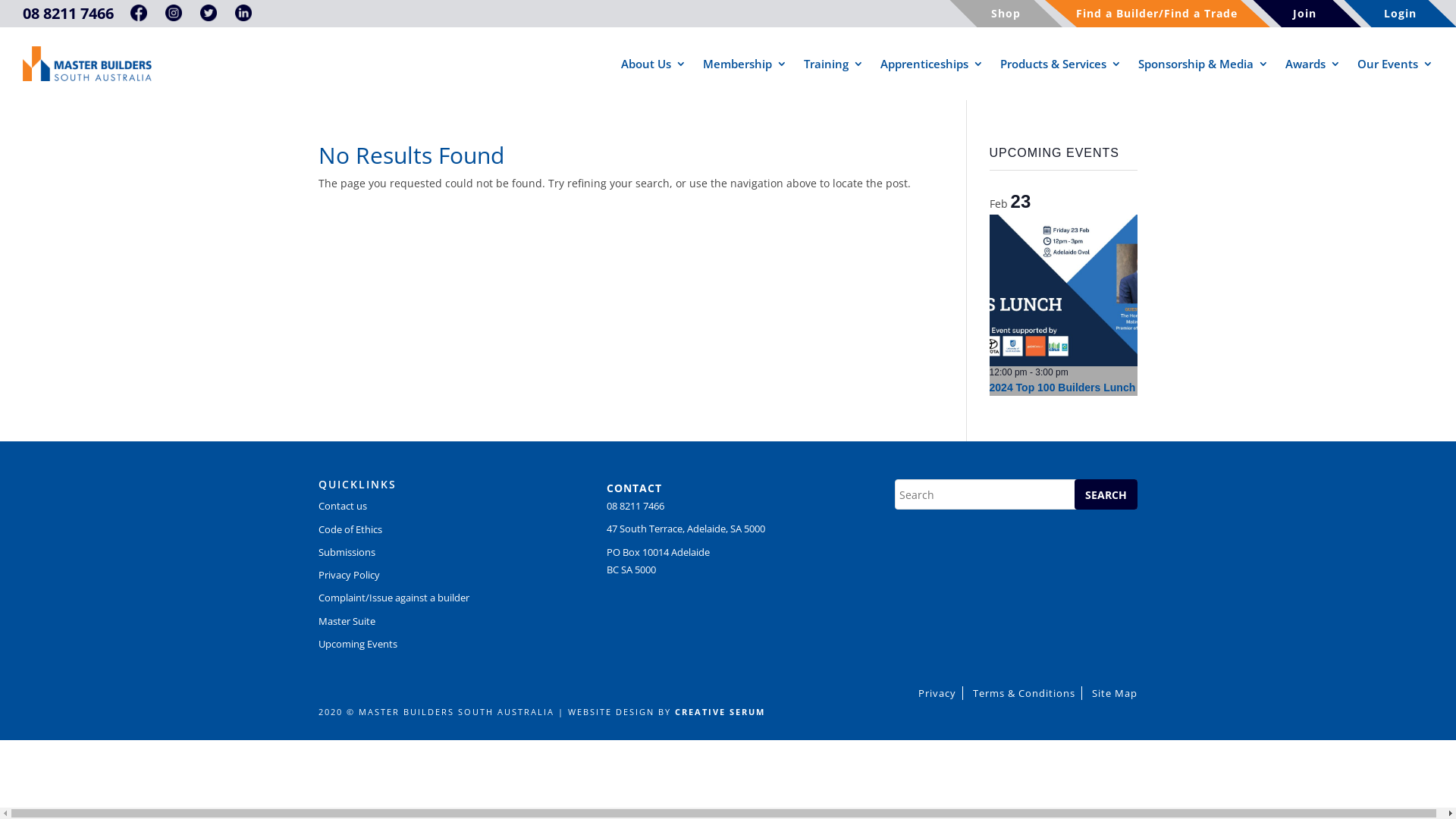 The image size is (1456, 819). I want to click on 'Training', so click(833, 63).